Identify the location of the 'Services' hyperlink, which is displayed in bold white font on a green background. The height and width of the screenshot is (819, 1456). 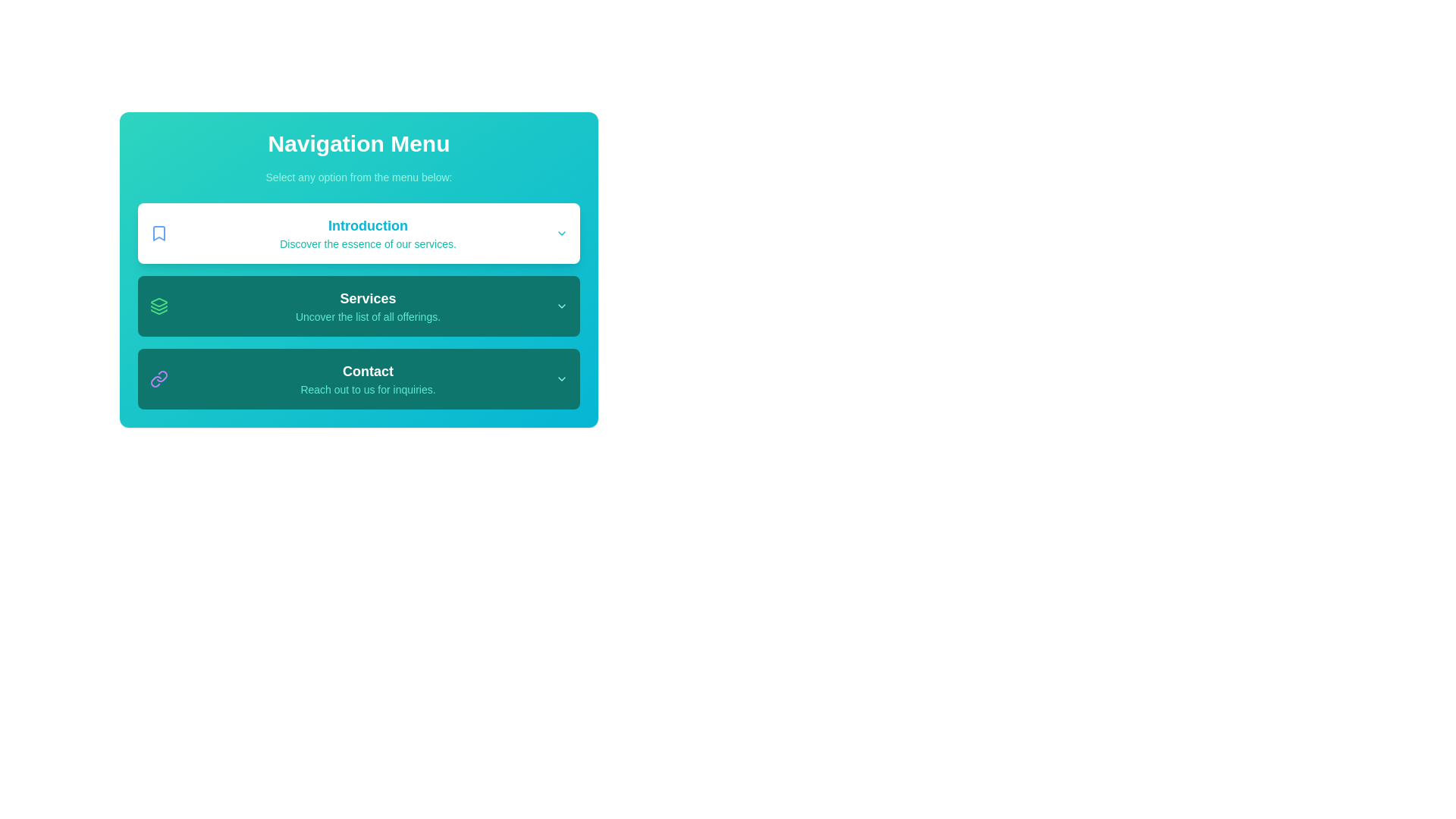
(368, 298).